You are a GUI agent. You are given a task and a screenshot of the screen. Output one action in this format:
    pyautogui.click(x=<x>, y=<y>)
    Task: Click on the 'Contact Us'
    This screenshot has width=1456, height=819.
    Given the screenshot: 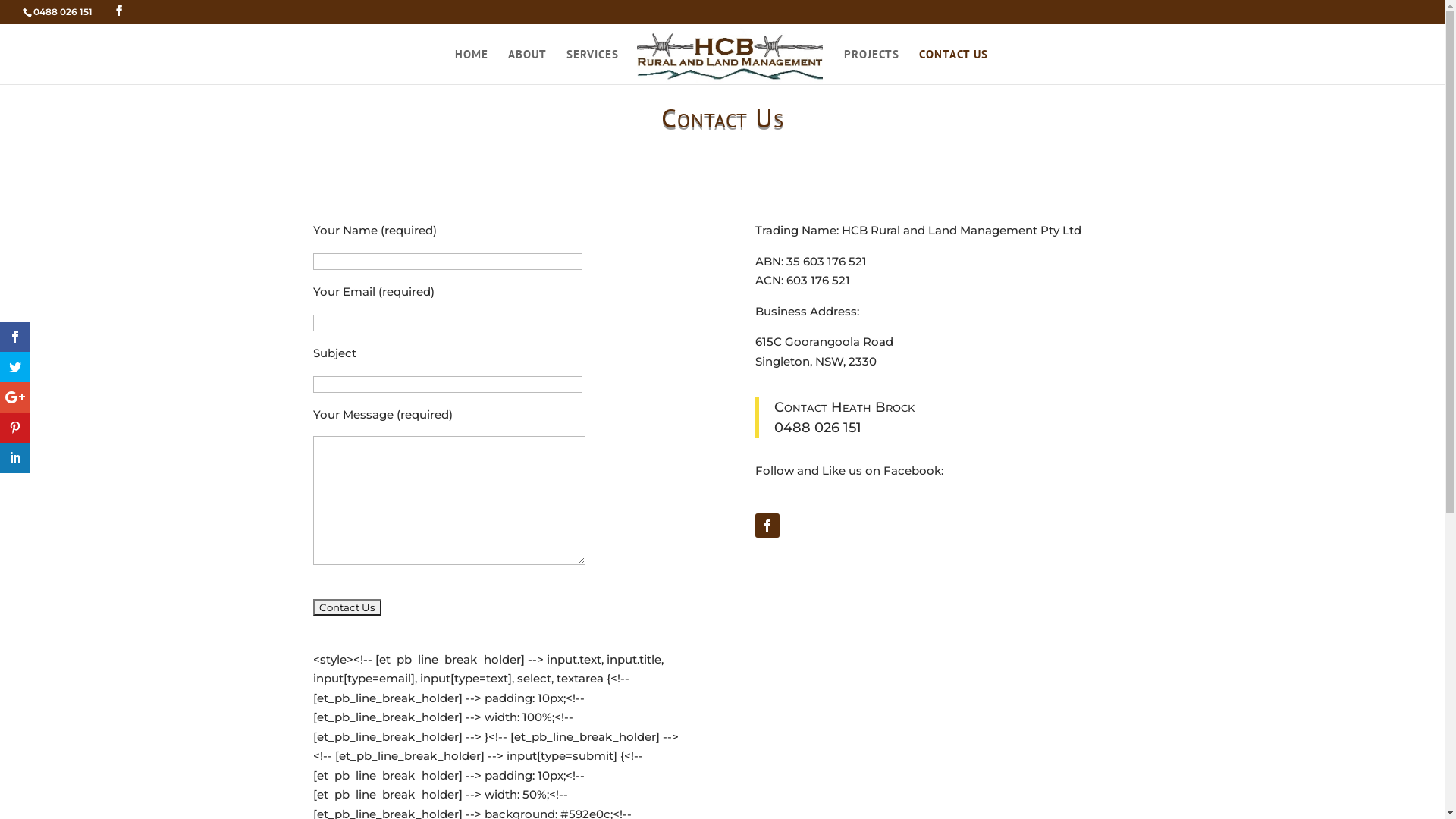 What is the action you would take?
    pyautogui.click(x=312, y=607)
    